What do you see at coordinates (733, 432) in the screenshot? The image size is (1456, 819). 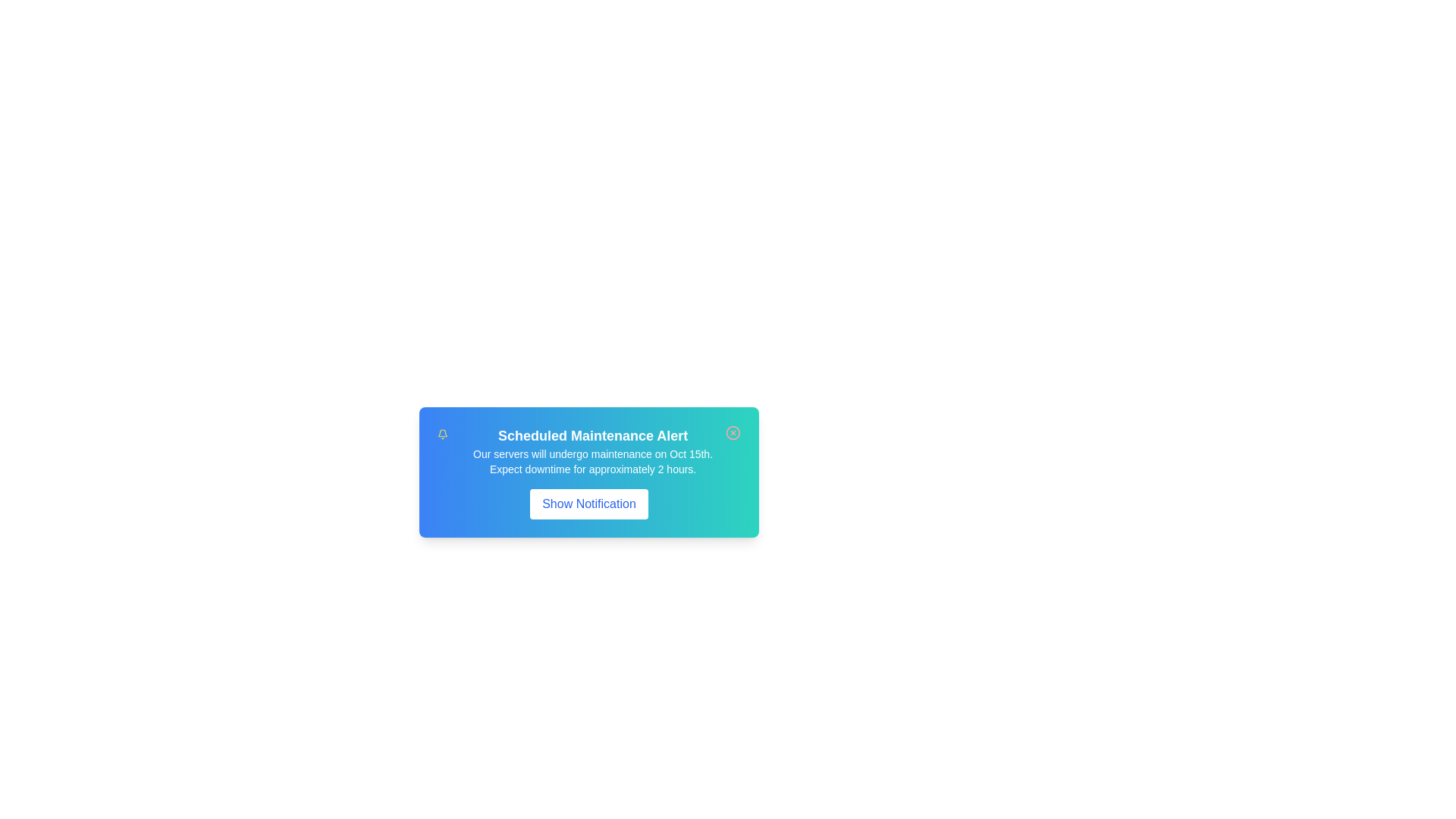 I see `the close button to dismiss the notification` at bounding box center [733, 432].